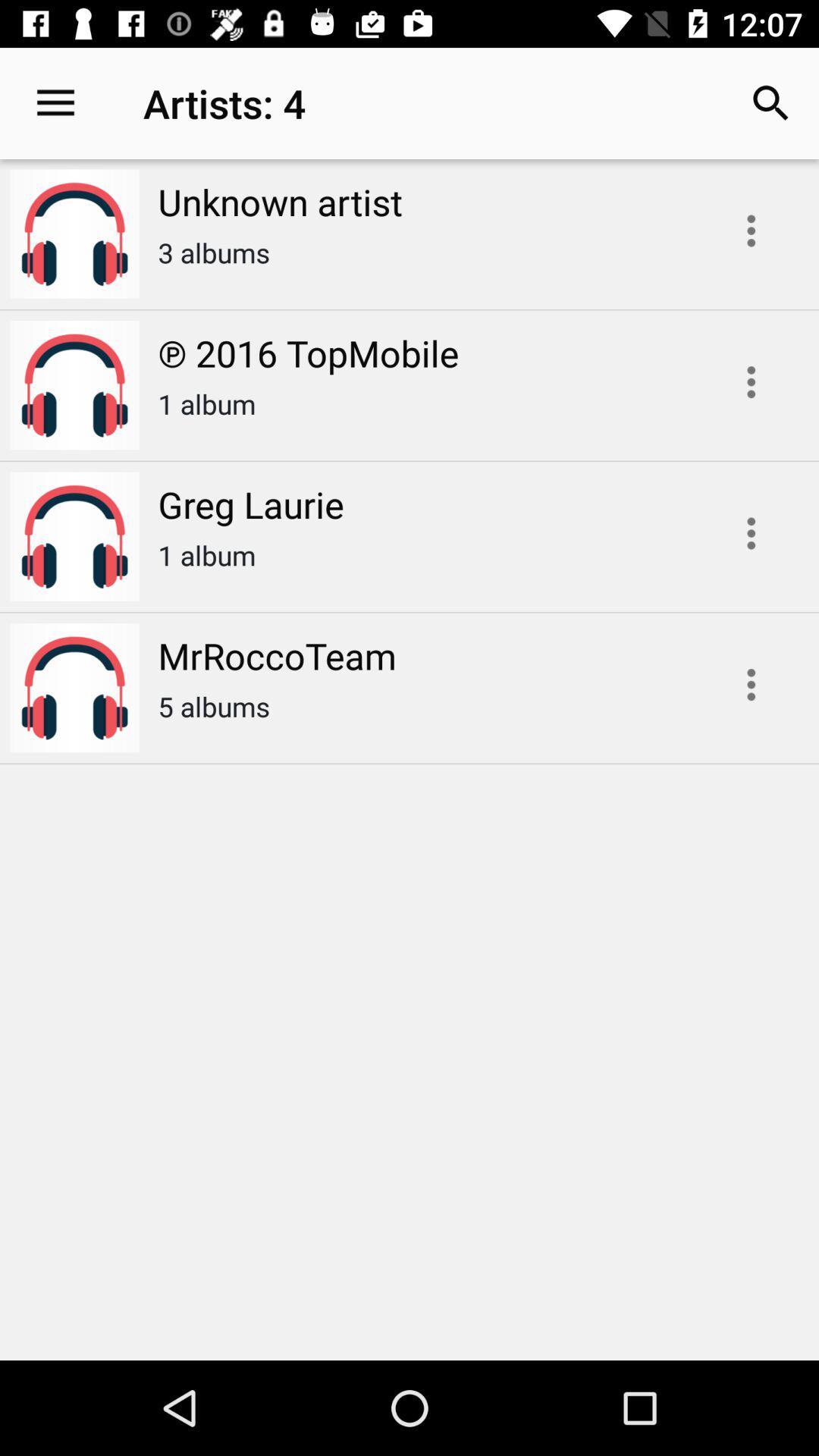  I want to click on menu selection, so click(751, 533).